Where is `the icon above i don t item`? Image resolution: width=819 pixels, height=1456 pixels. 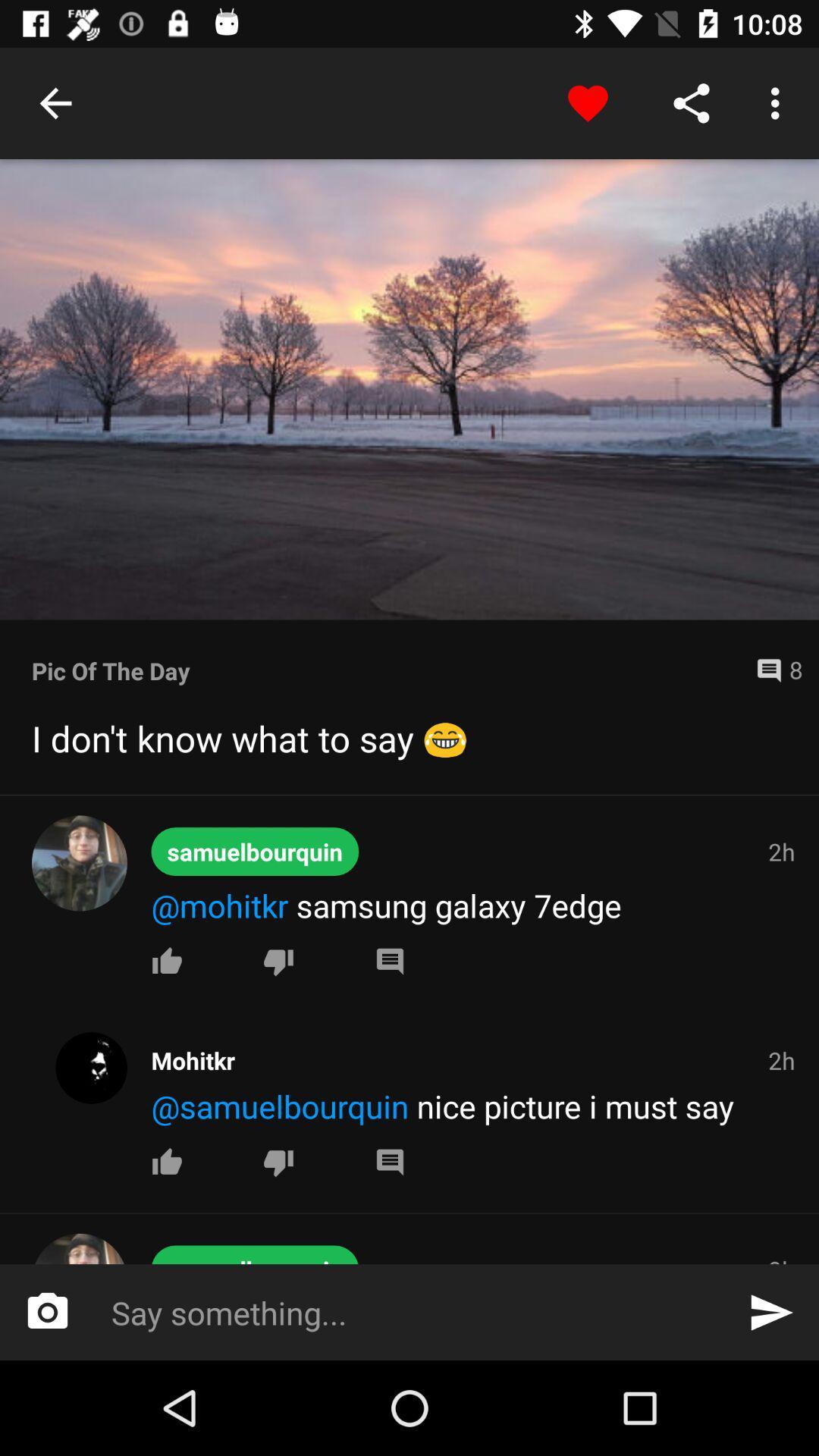 the icon above i don t item is located at coordinates (387, 670).